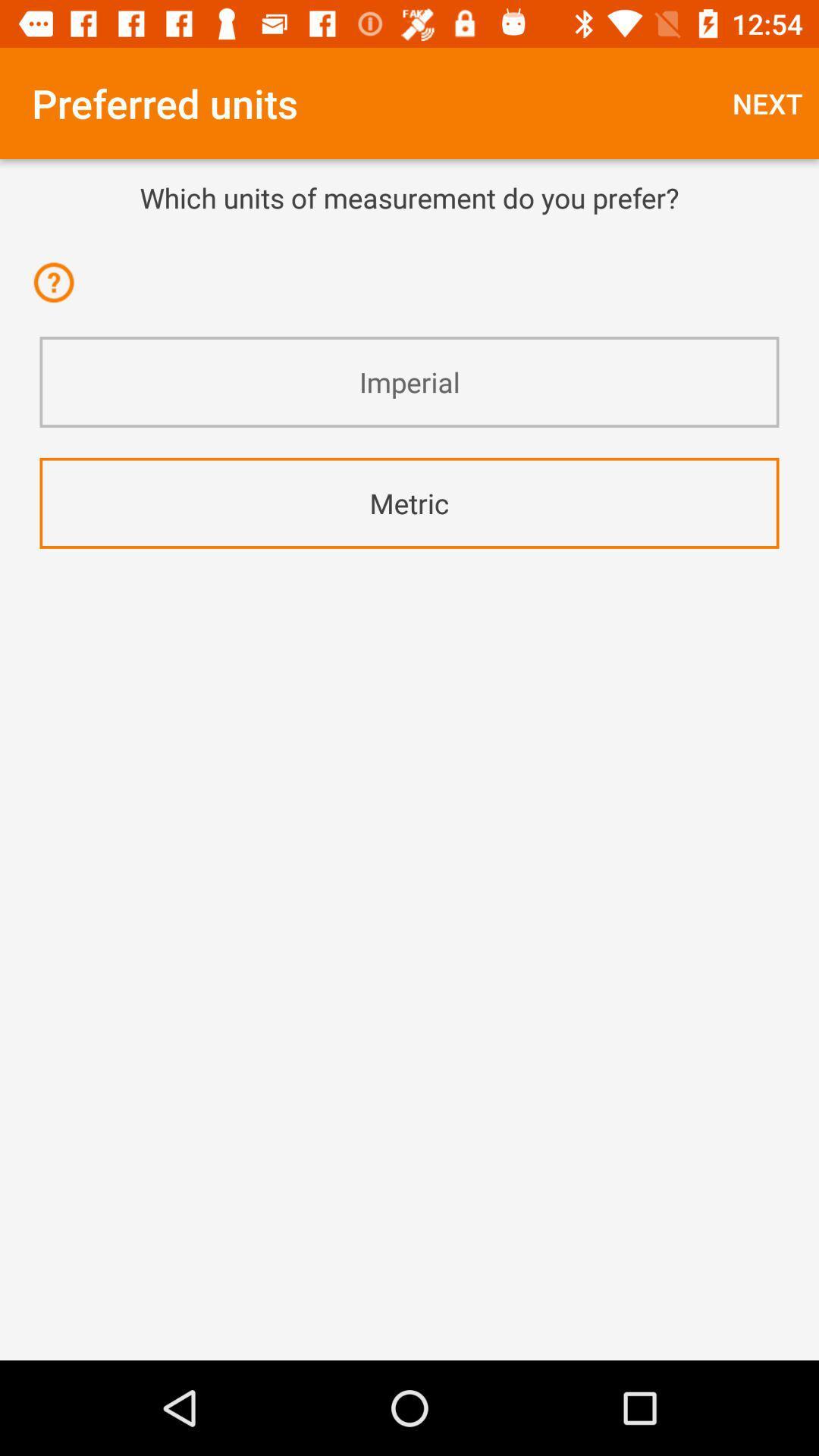 Image resolution: width=819 pixels, height=1456 pixels. Describe the element at coordinates (409, 382) in the screenshot. I see `the imperial` at that location.